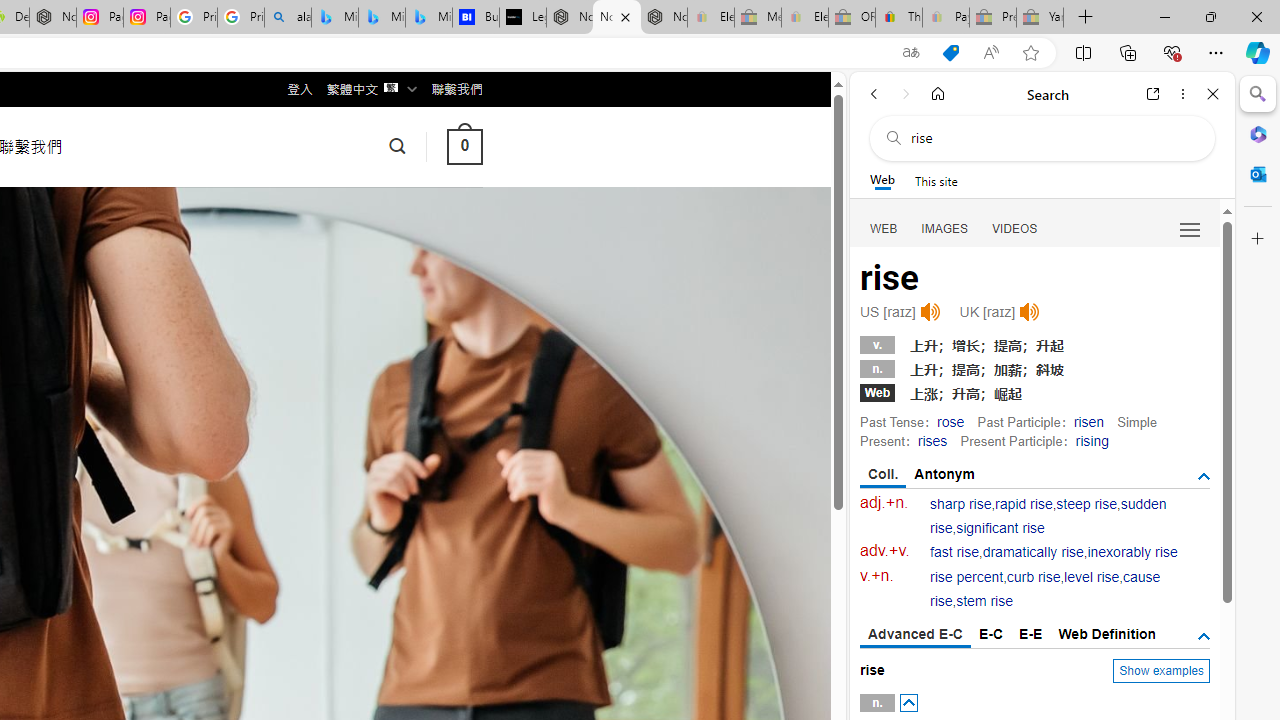 Image resolution: width=1280 pixels, height=720 pixels. I want to click on 'sharp rise', so click(961, 503).